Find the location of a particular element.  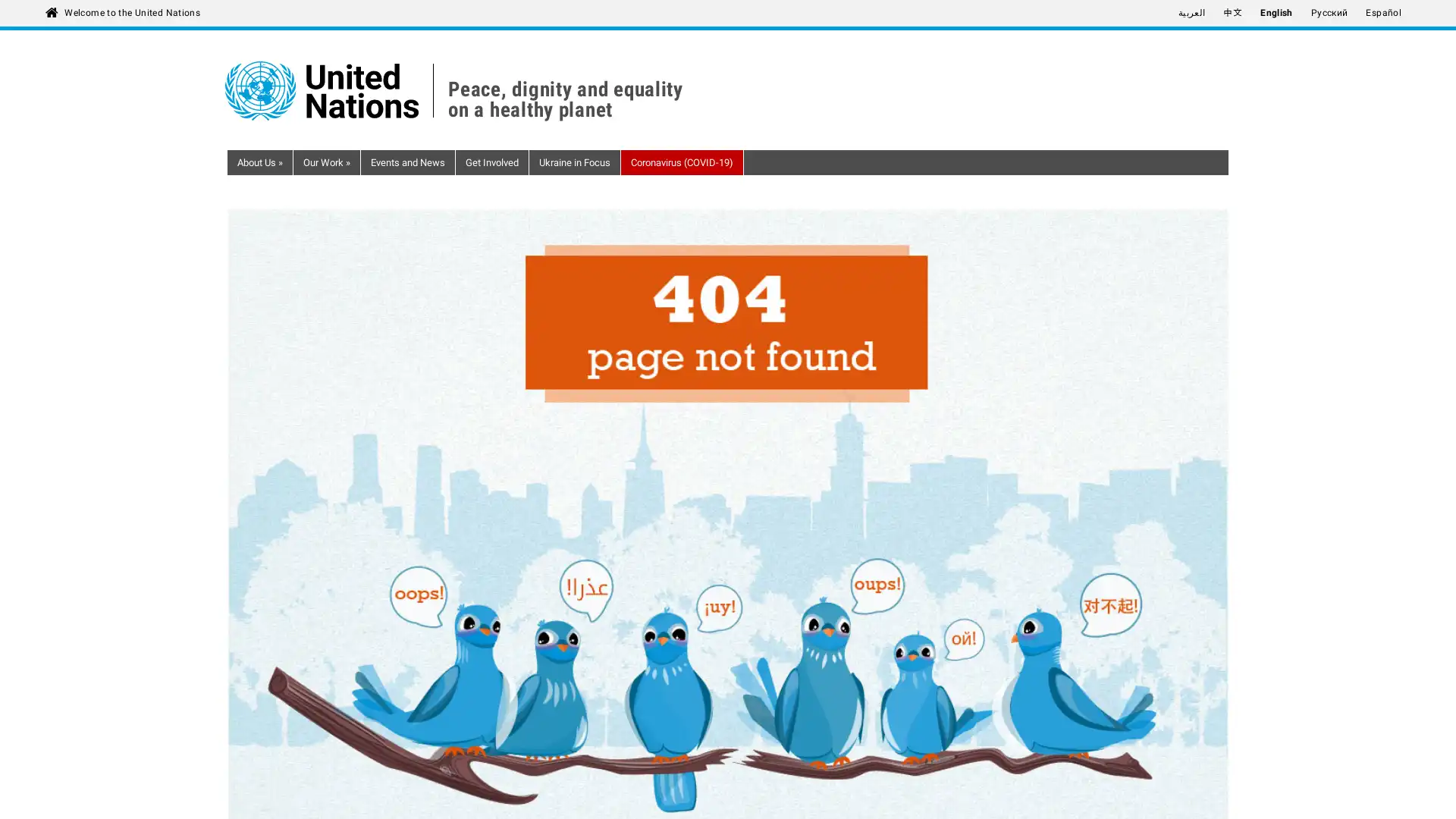

Ukraine in Focus is located at coordinates (574, 162).